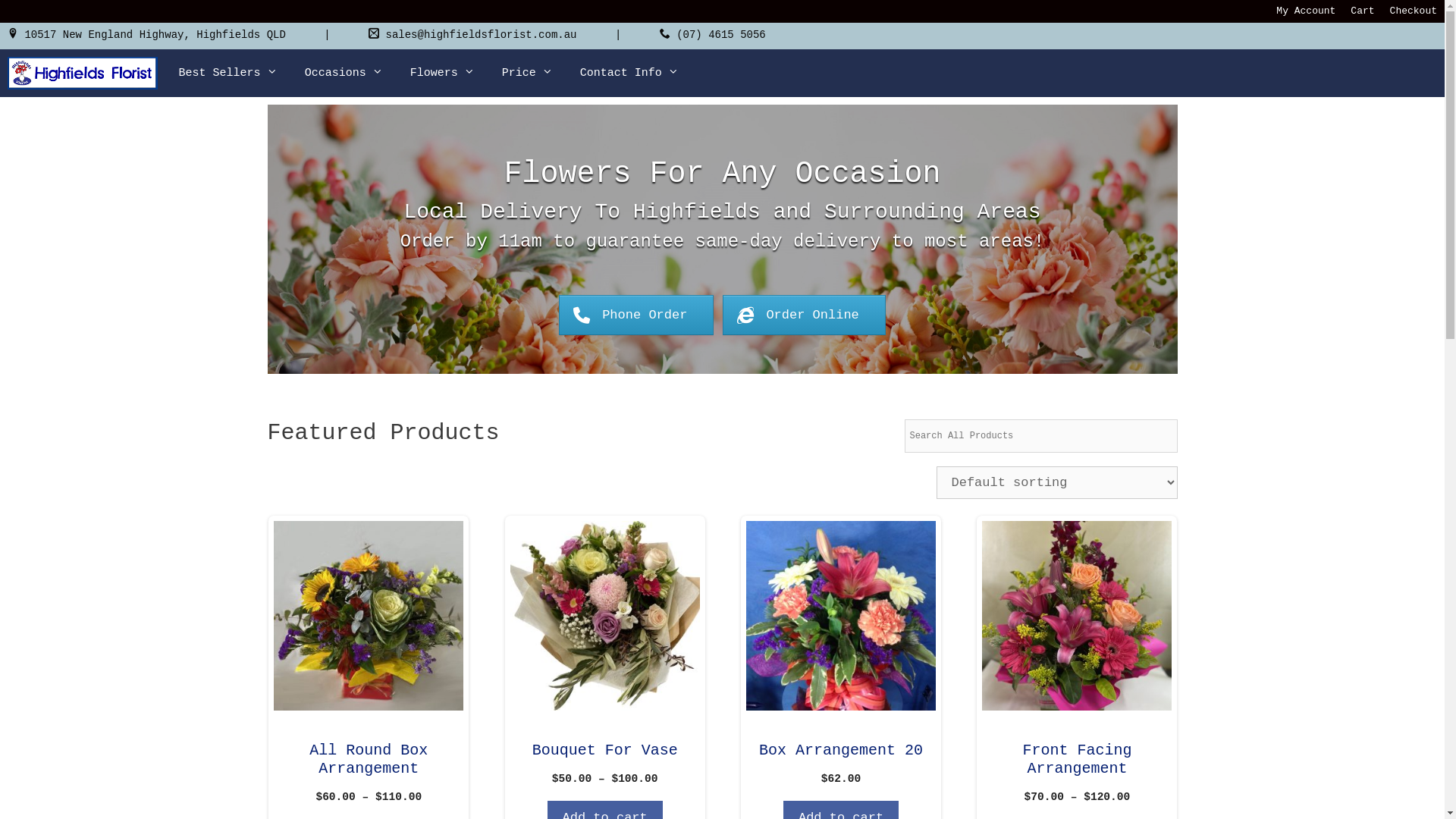 The image size is (1456, 819). What do you see at coordinates (227, 72) in the screenshot?
I see `'Best Sellers'` at bounding box center [227, 72].